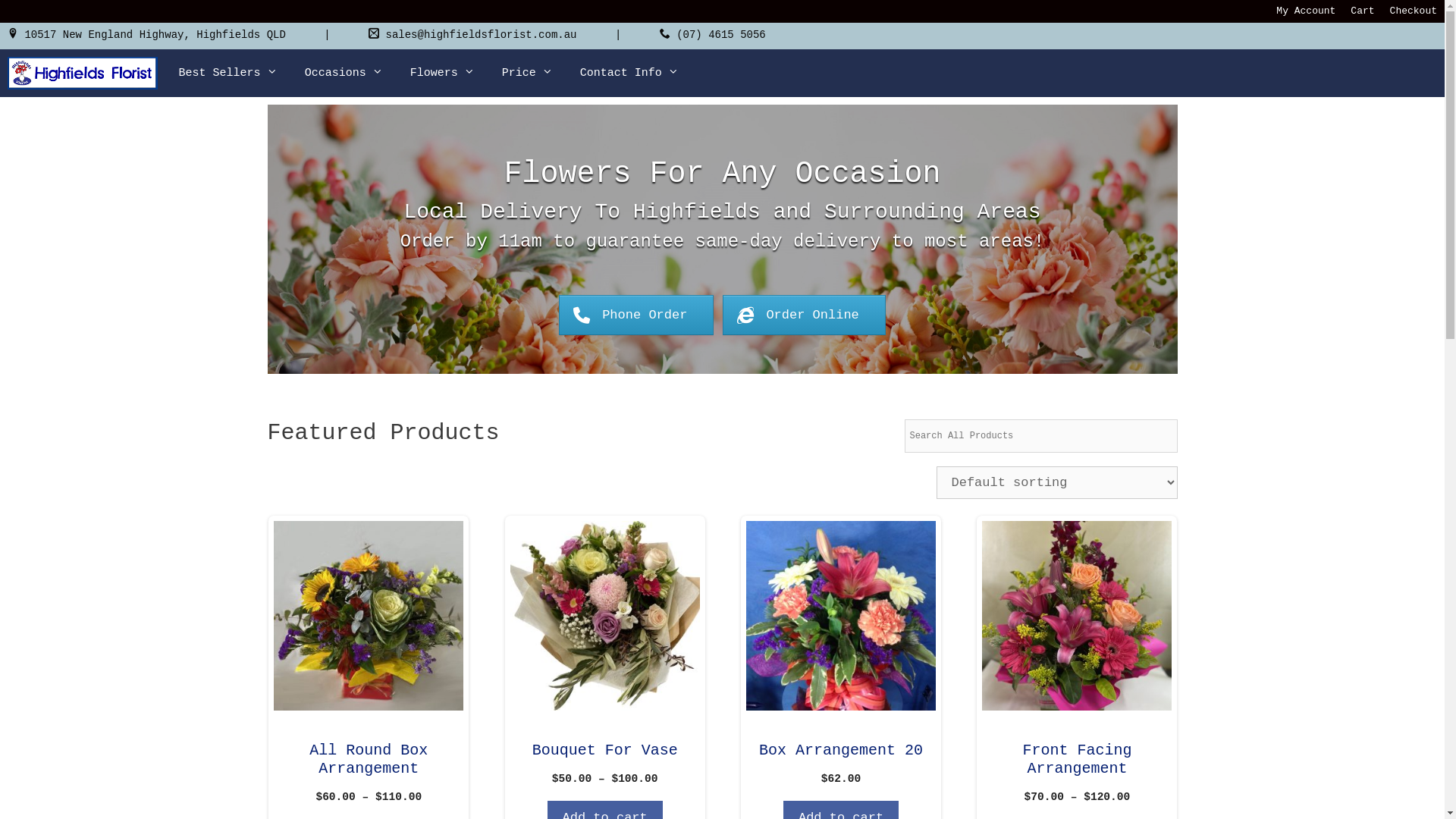 The image size is (1456, 819). What do you see at coordinates (227, 72) in the screenshot?
I see `'Best Sellers'` at bounding box center [227, 72].